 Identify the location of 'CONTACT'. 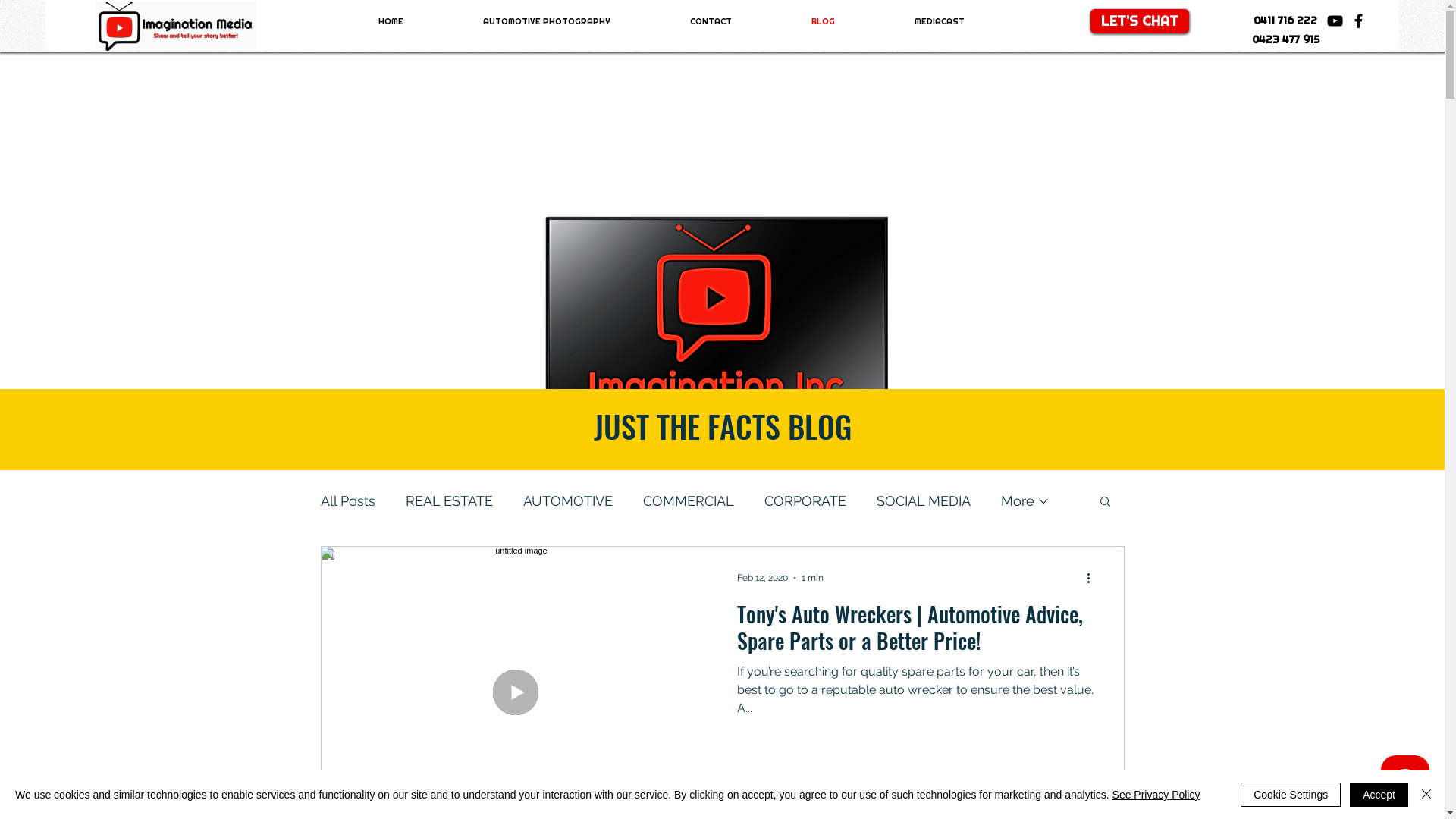
(710, 20).